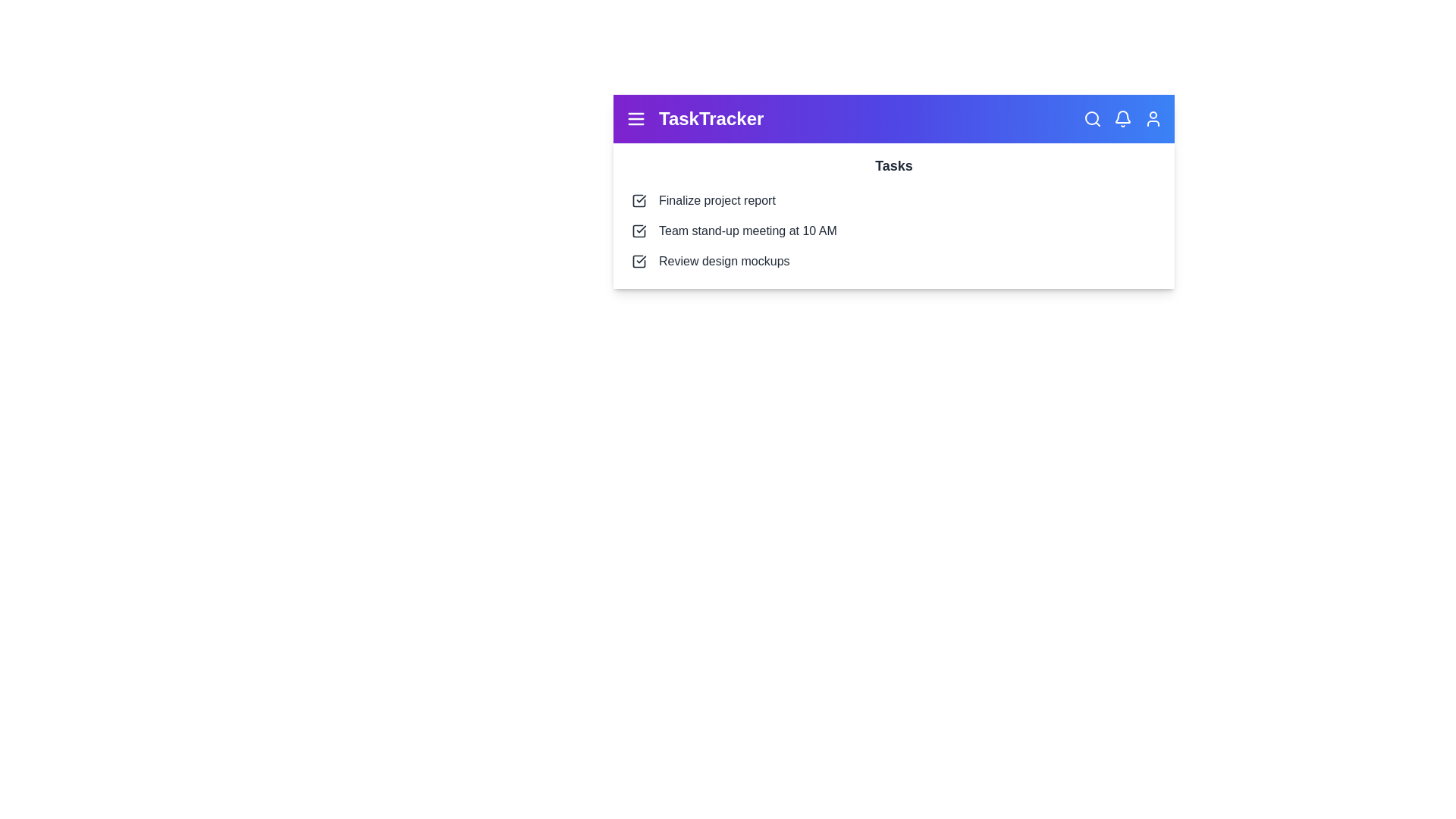 This screenshot has width=1456, height=819. What do you see at coordinates (1092, 118) in the screenshot?
I see `the search icon in the app bar` at bounding box center [1092, 118].